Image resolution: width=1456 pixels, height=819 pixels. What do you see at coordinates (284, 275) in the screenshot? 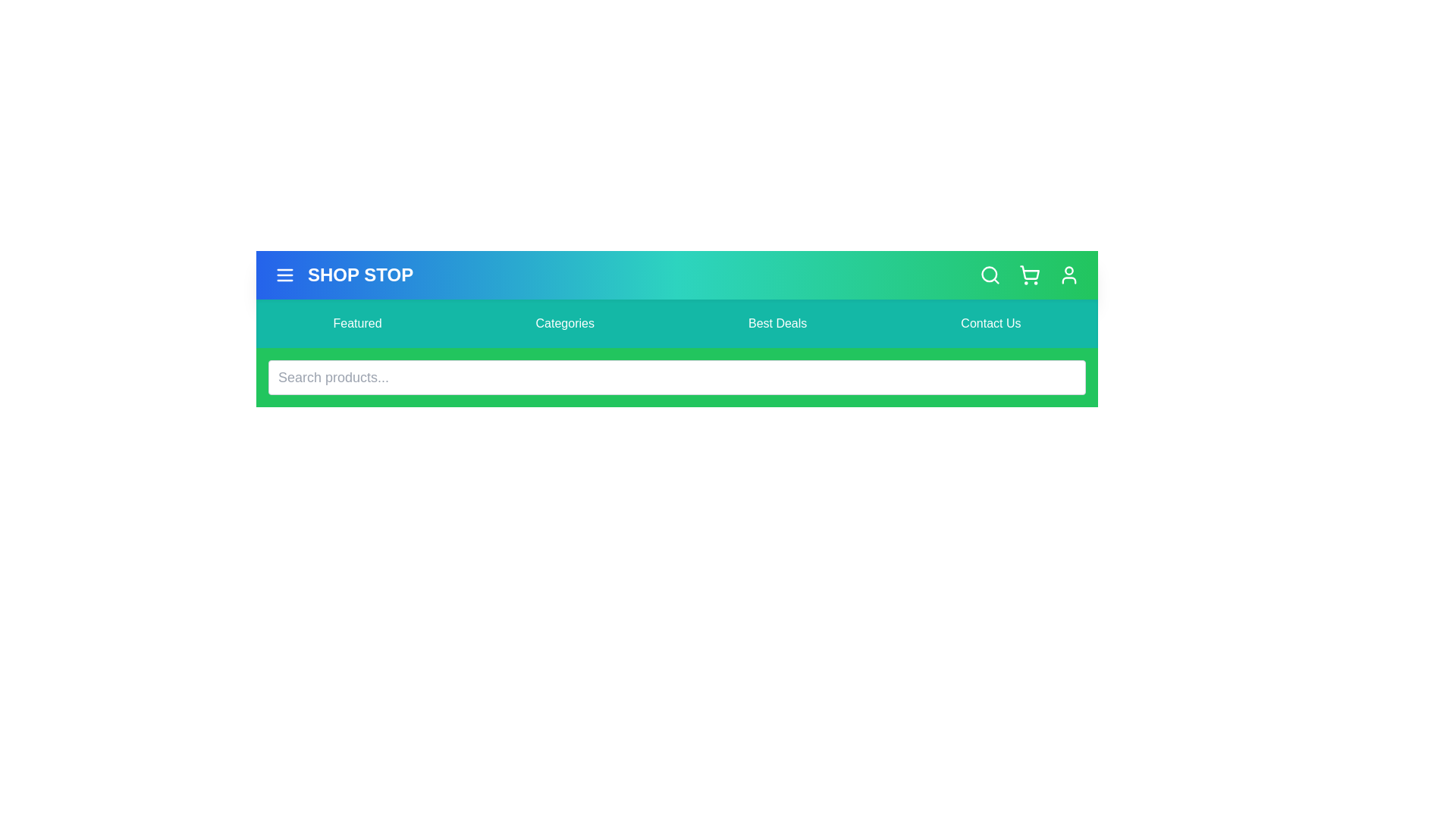
I see `menu button to toggle the menu visibility` at bounding box center [284, 275].